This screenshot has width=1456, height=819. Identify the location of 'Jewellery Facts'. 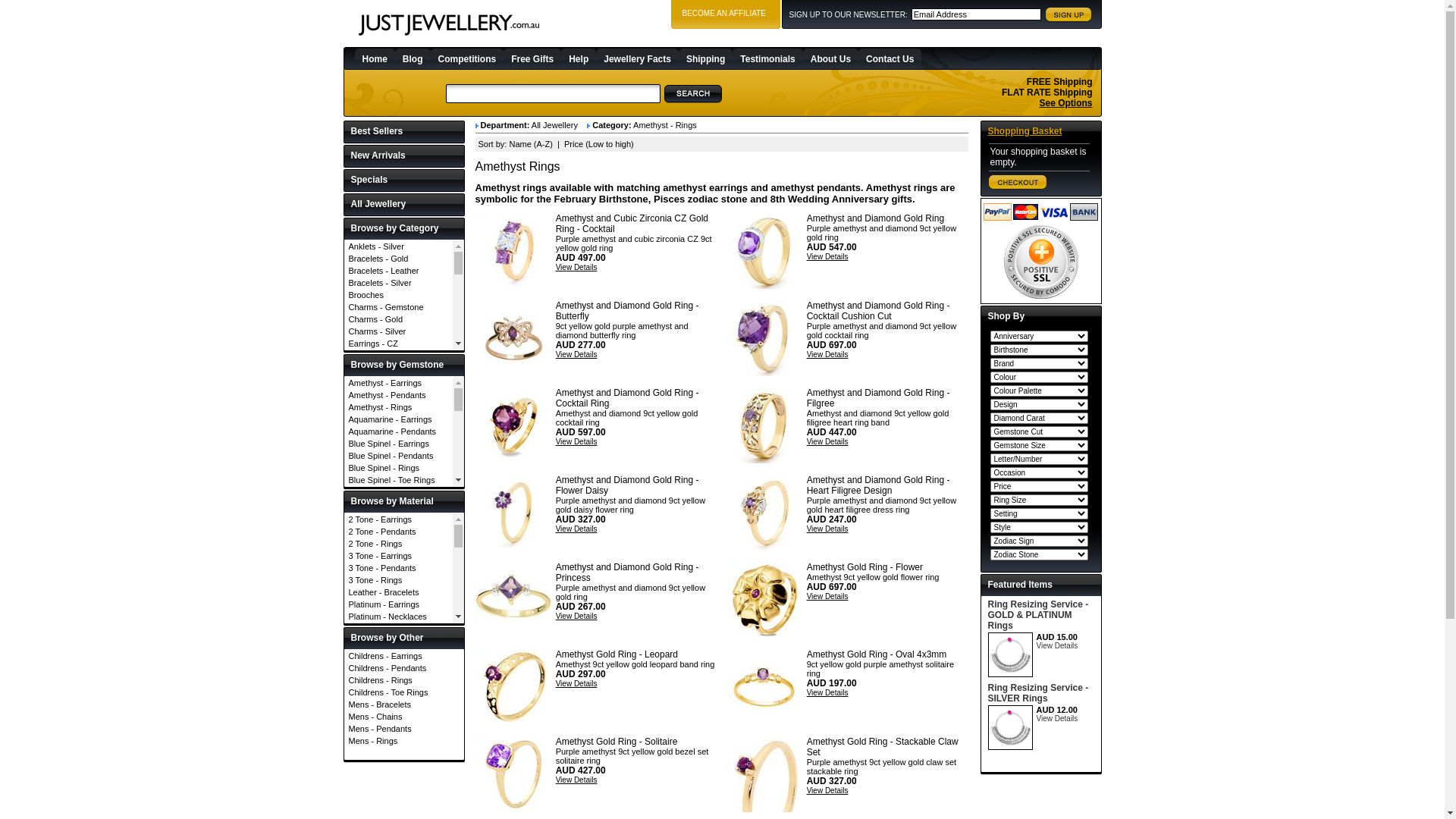
(637, 58).